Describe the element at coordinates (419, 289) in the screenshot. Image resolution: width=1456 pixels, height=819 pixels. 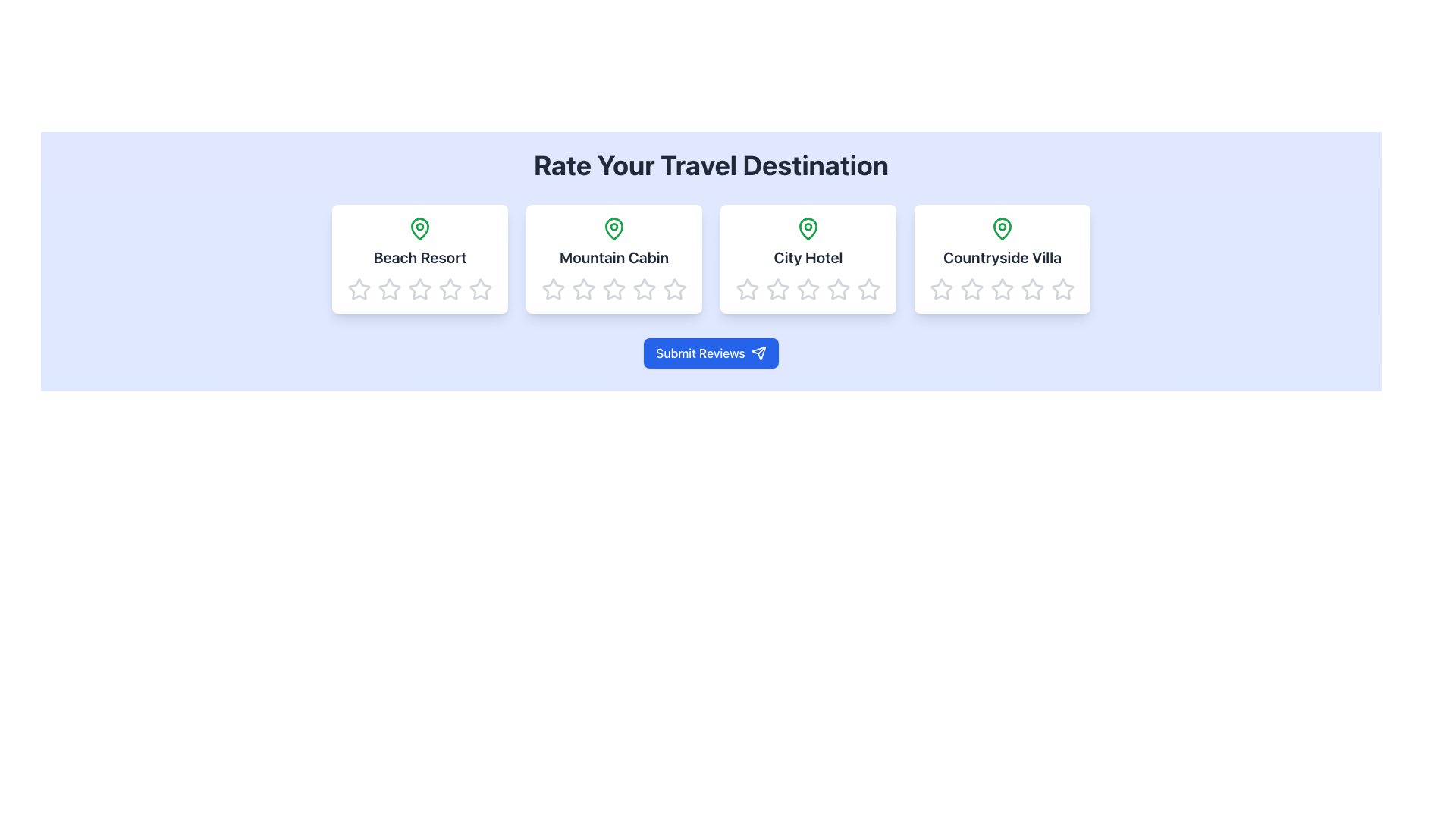
I see `the first Rating star icon, which is styled with a gray border and hollow center, located beneath the 'Beach Resort' label` at that location.